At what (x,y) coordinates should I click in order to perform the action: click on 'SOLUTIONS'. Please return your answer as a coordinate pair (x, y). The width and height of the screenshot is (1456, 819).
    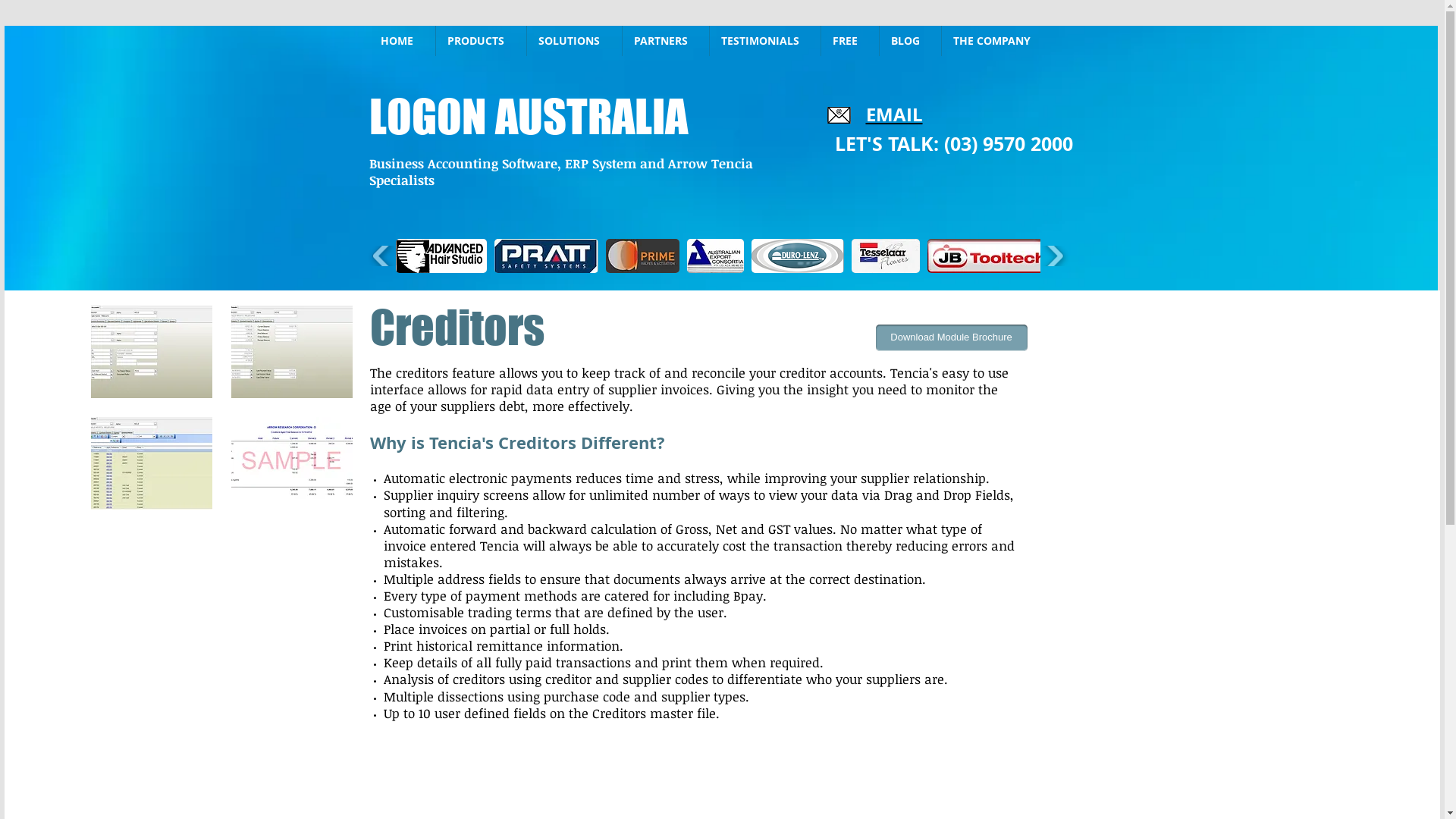
    Looking at the image, I should click on (573, 40).